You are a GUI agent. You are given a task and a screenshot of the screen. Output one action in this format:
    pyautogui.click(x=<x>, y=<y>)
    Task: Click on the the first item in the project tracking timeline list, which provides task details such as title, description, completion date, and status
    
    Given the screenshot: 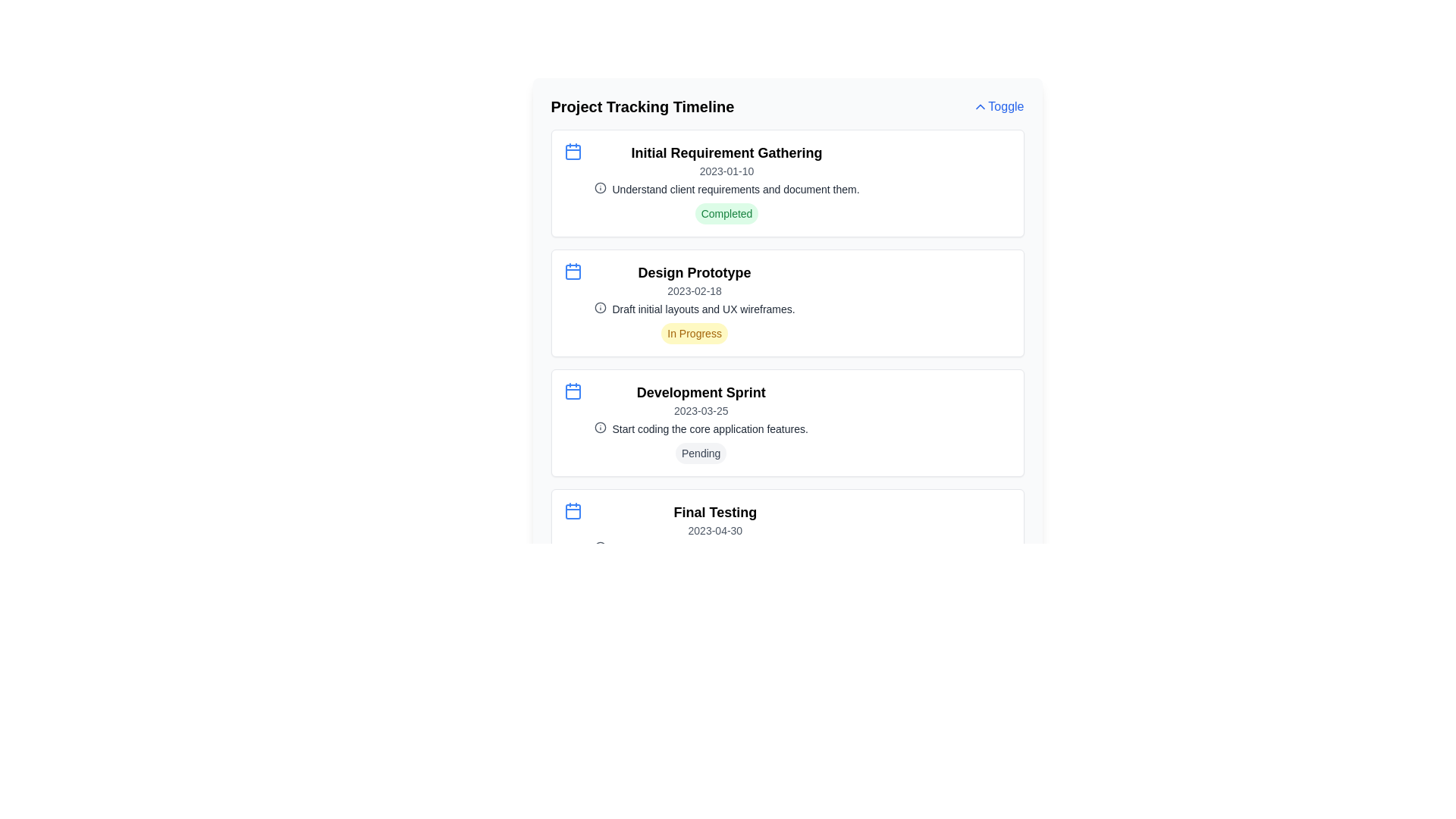 What is the action you would take?
    pyautogui.click(x=787, y=183)
    